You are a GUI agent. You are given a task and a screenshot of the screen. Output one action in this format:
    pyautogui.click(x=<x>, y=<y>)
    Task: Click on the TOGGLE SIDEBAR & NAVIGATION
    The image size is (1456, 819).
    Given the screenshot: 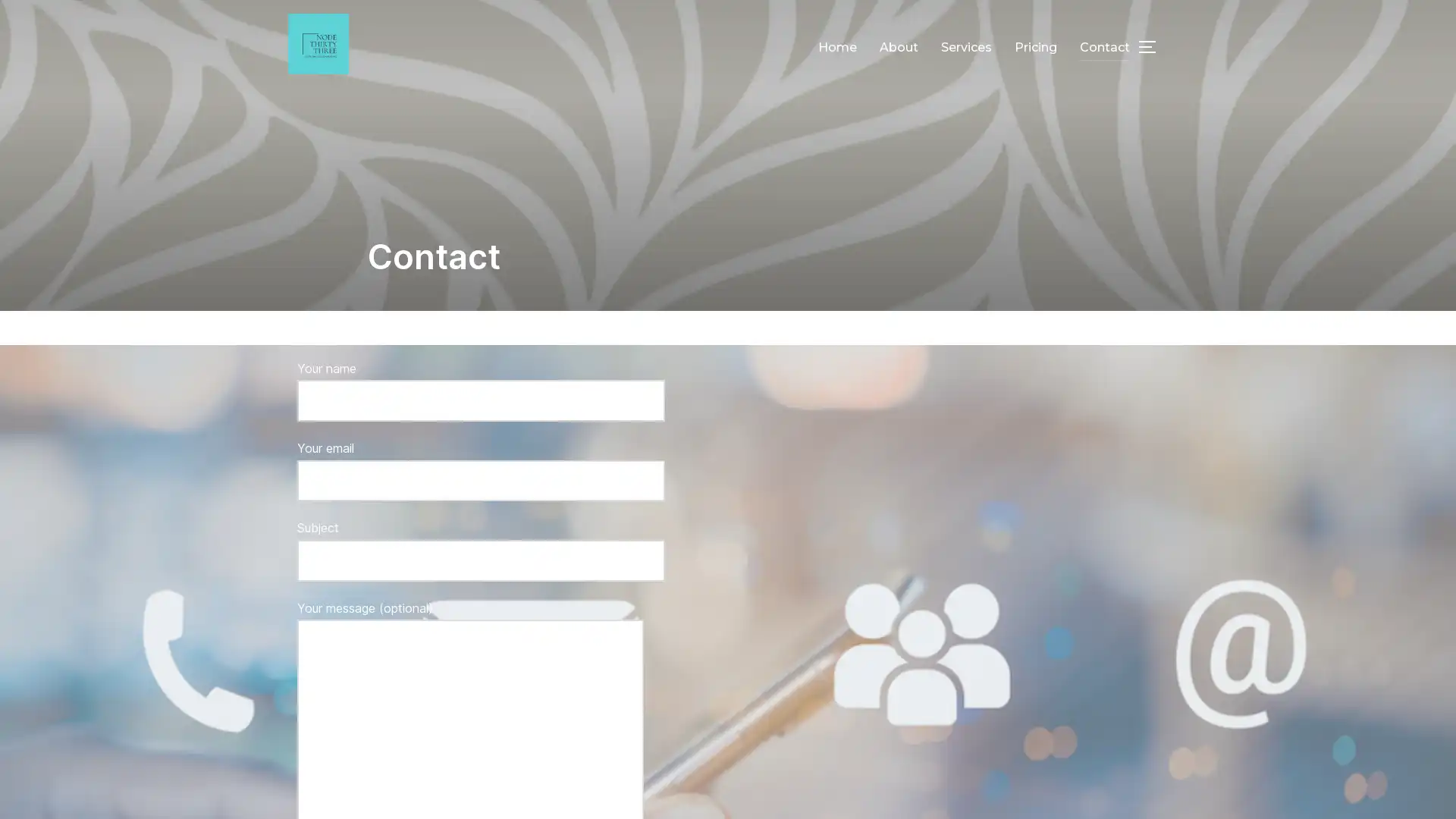 What is the action you would take?
    pyautogui.click(x=1153, y=45)
    